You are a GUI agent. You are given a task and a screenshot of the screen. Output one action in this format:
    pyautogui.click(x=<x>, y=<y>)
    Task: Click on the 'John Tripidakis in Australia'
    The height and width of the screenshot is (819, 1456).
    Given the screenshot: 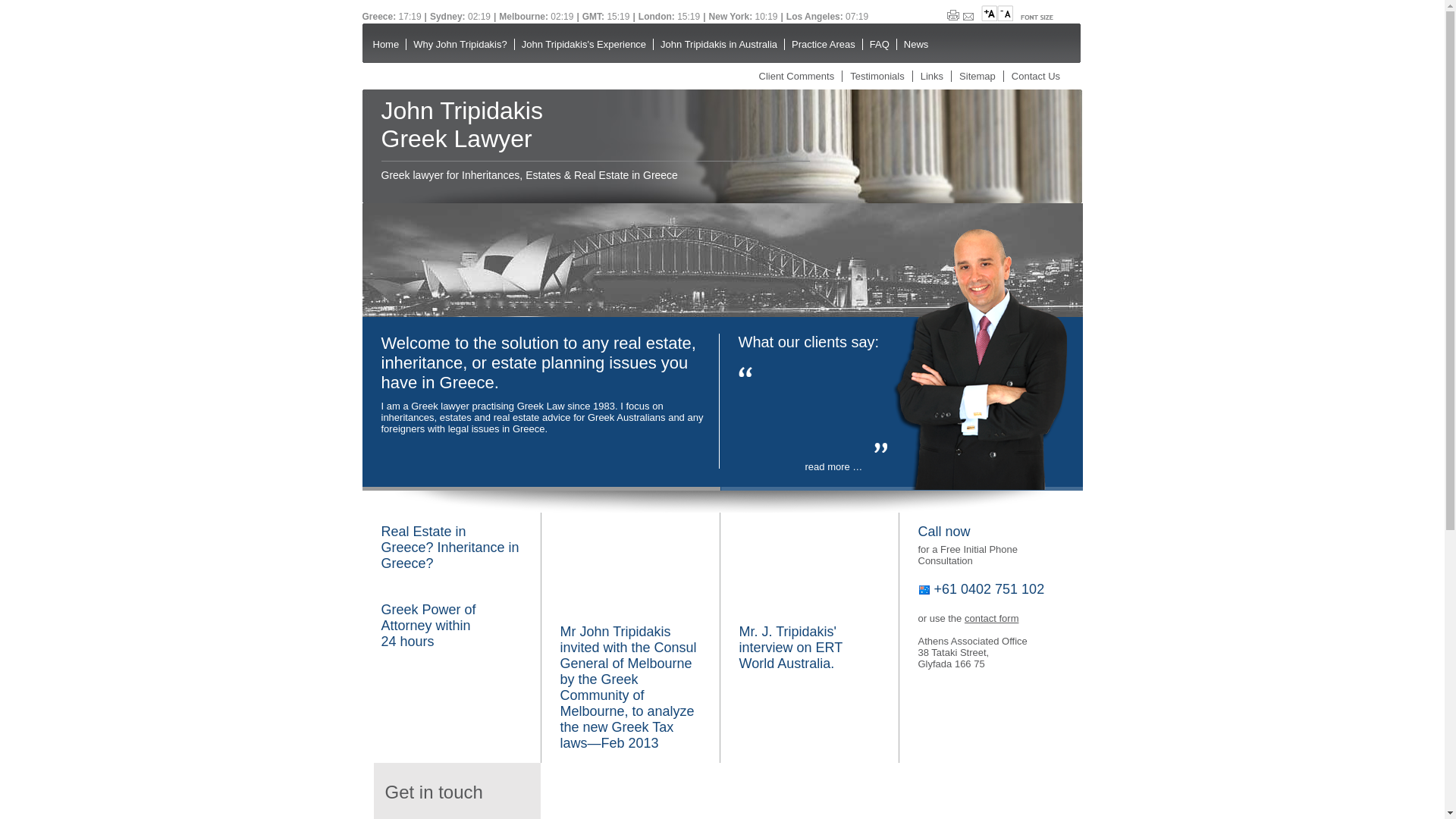 What is the action you would take?
    pyautogui.click(x=717, y=43)
    